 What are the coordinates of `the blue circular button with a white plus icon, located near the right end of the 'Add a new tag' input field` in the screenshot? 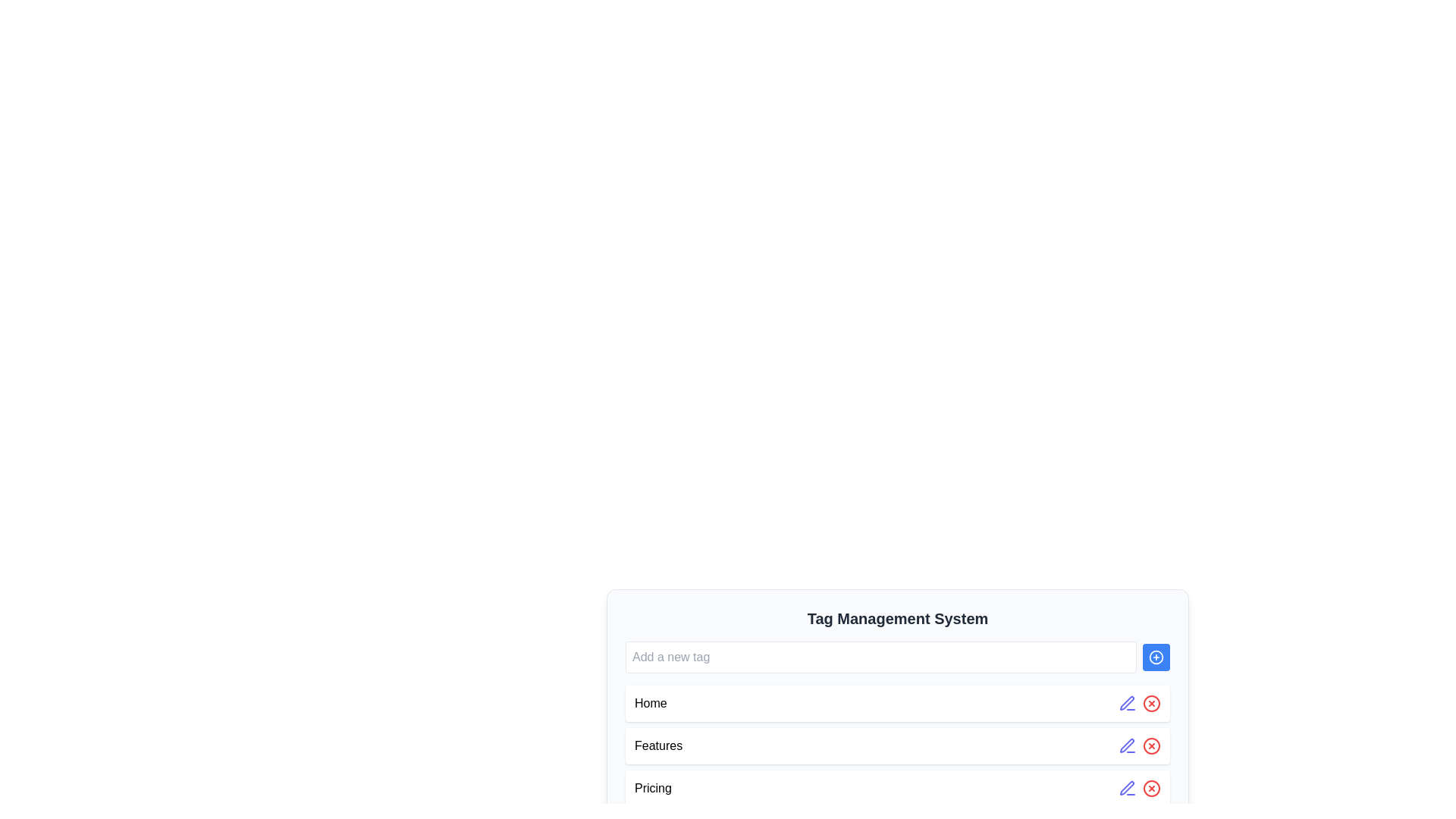 It's located at (1156, 657).